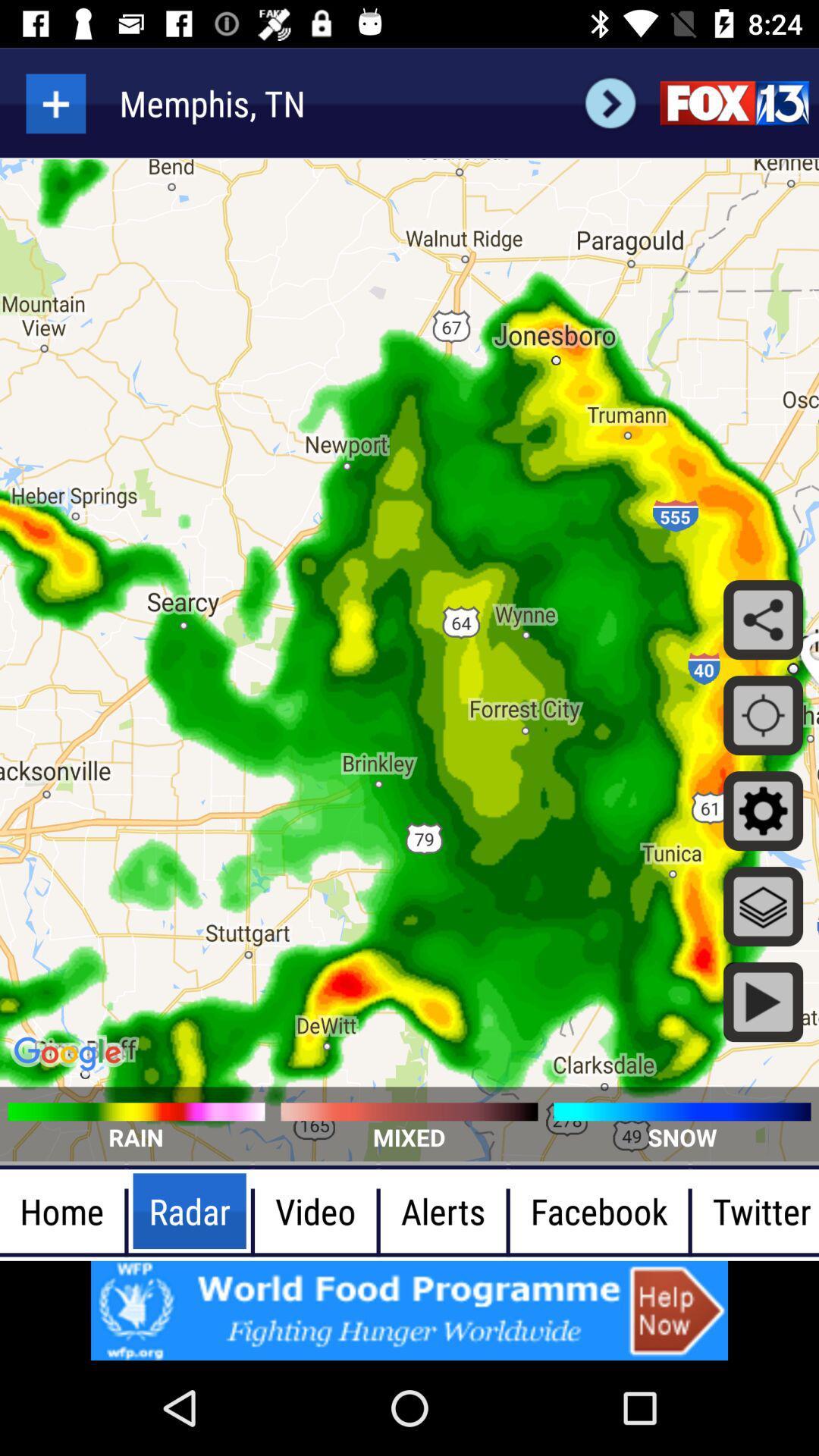 Image resolution: width=819 pixels, height=1456 pixels. I want to click on fox 13 channel, so click(733, 102).